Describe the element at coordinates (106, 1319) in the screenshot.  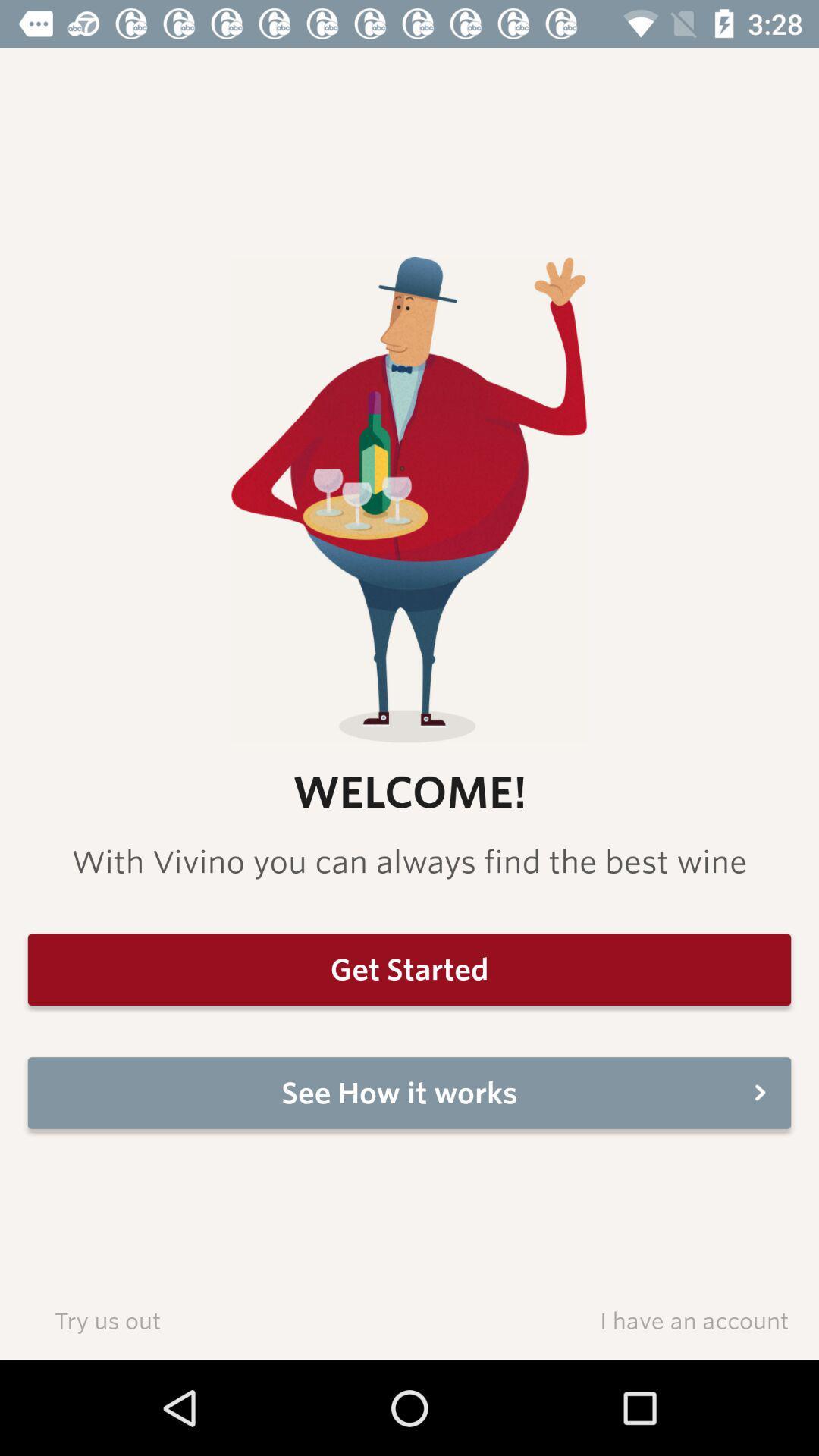
I see `icon below see how it` at that location.